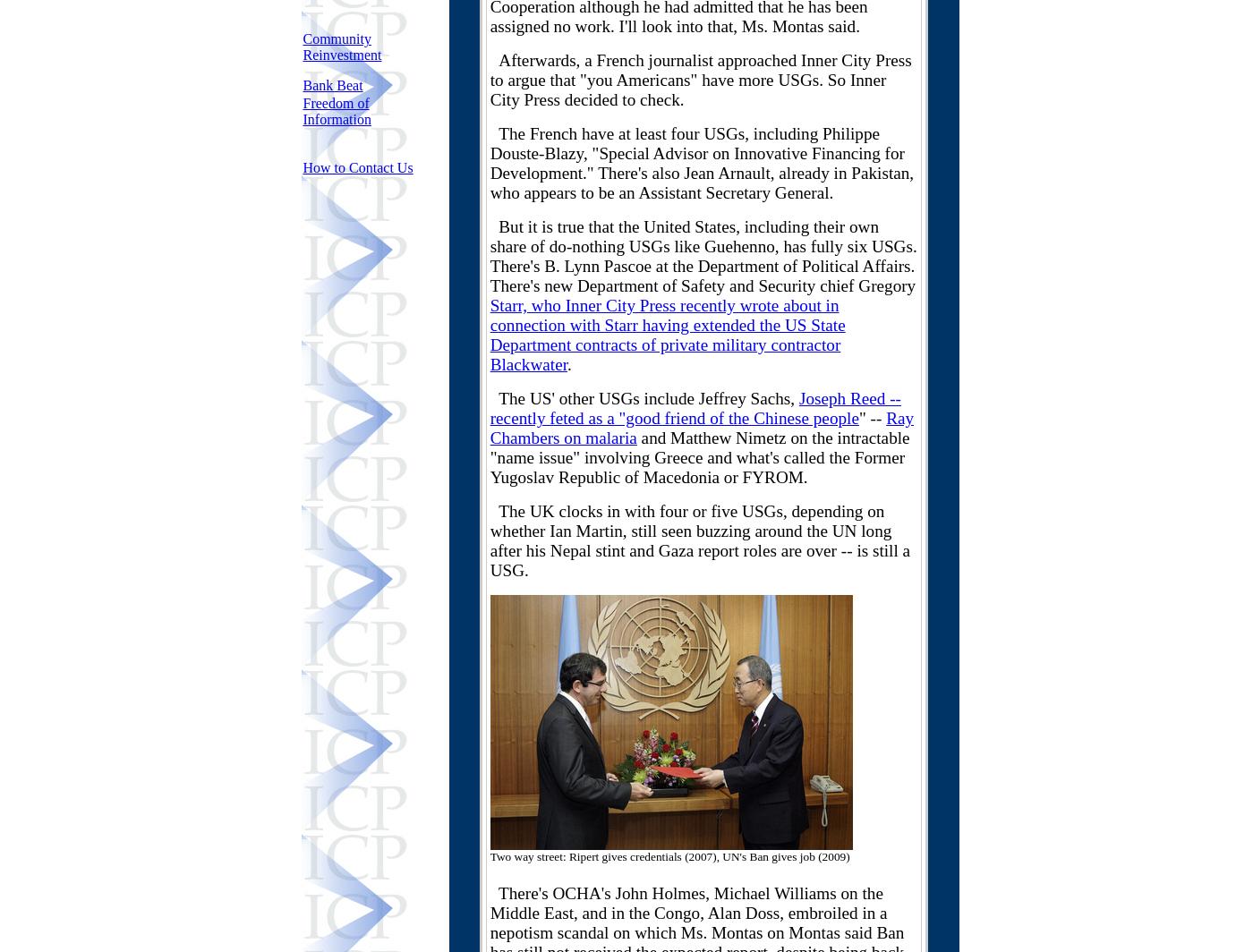 This screenshot has width=1253, height=952. What do you see at coordinates (669, 856) in the screenshot?
I see `'Two way street: Ripert gives credentials
(2007), UN's Ban gives job (2009)'` at bounding box center [669, 856].